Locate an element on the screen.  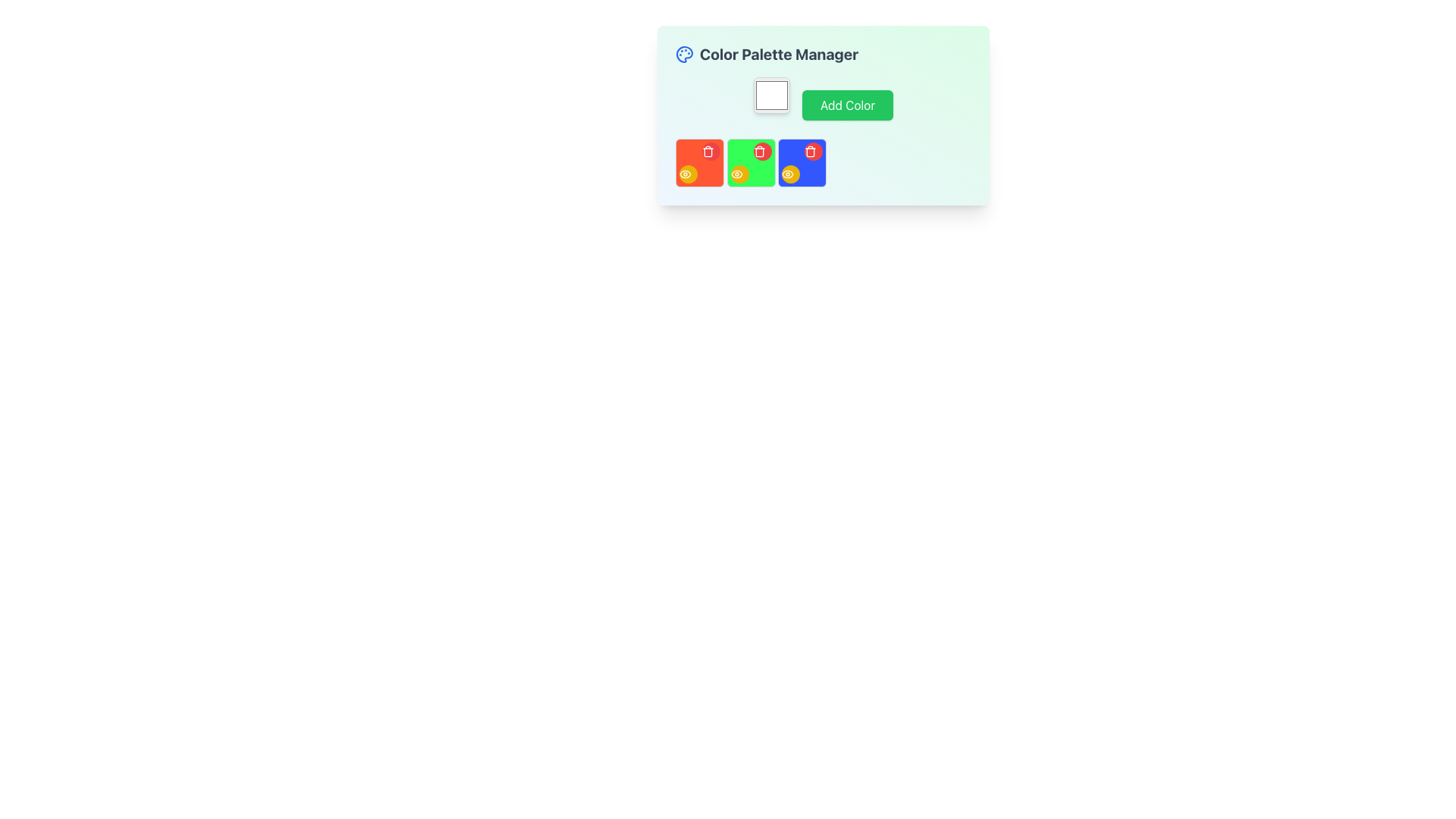
the first square tile with a red background and light border is located at coordinates (698, 163).